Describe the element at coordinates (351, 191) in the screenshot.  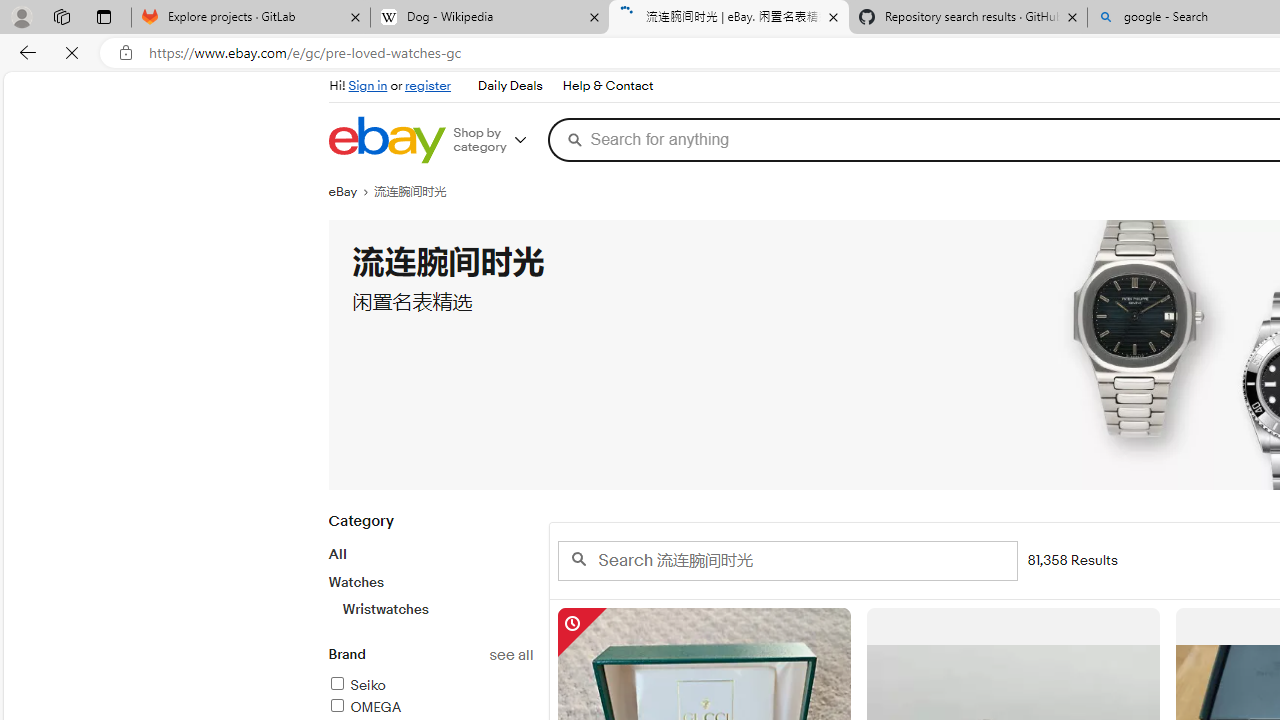
I see `'eBay'` at that location.